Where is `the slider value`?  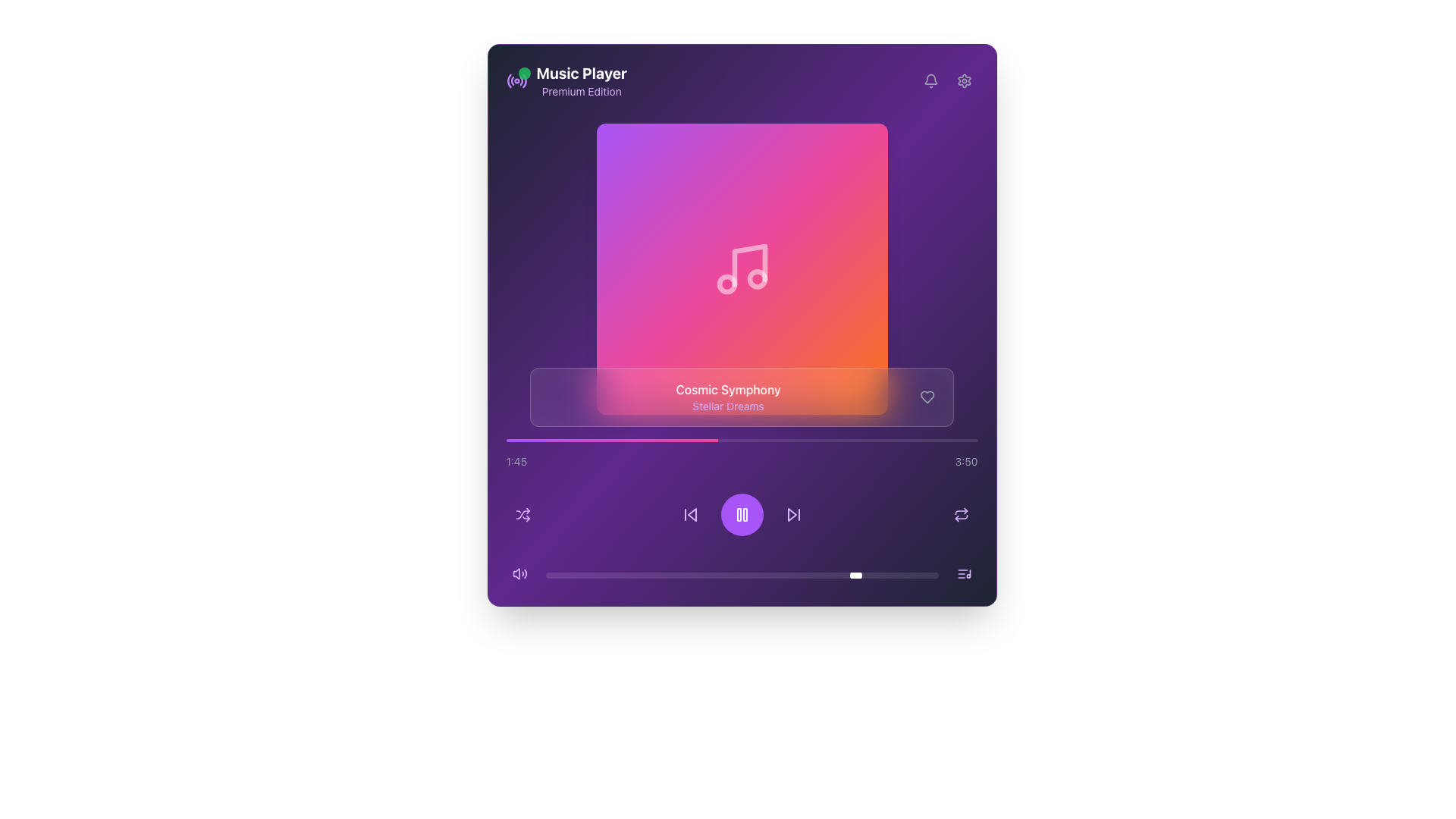
the slider value is located at coordinates (879, 576).